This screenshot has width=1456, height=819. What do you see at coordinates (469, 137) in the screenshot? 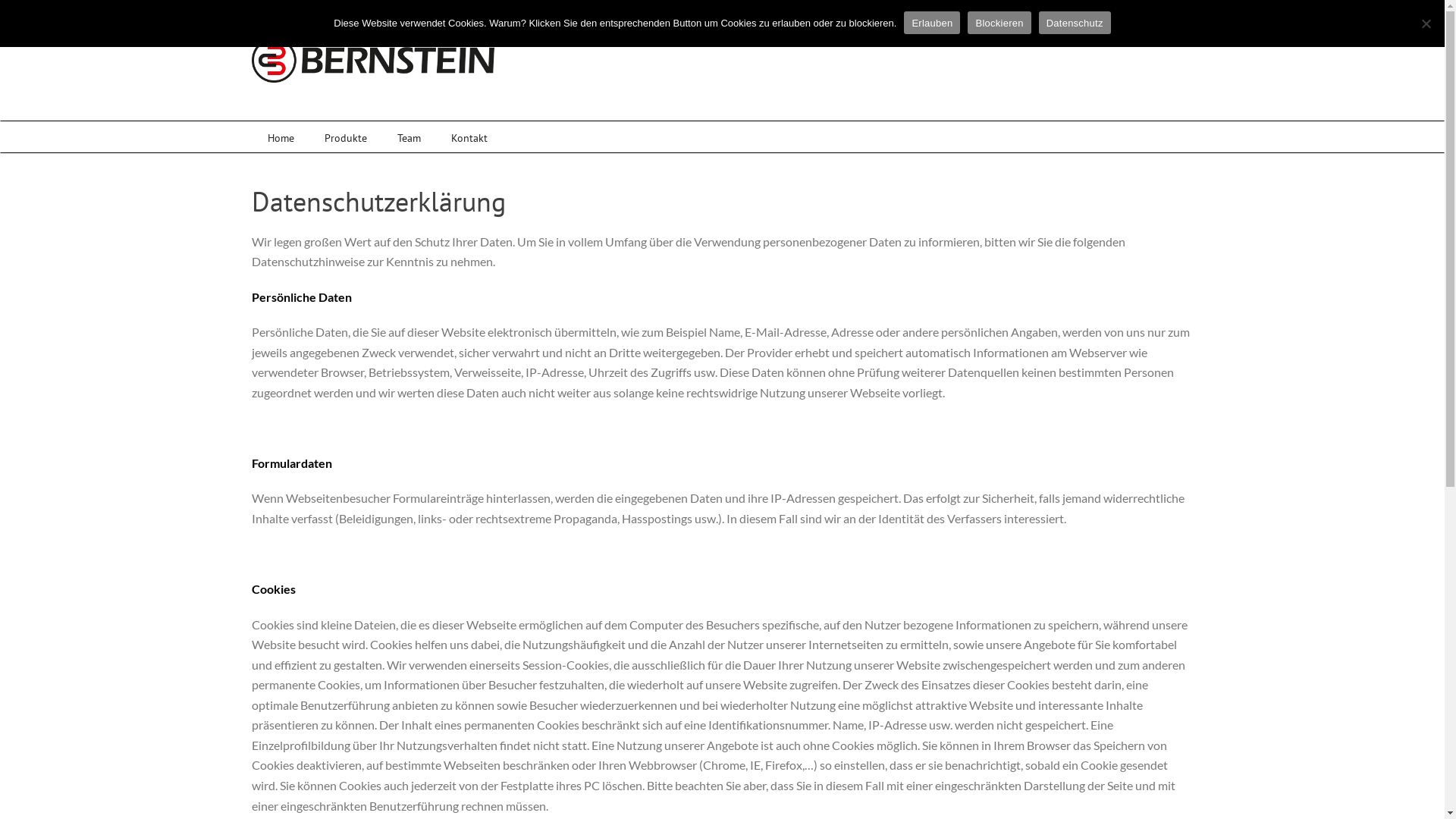
I see `'Kontakt'` at bounding box center [469, 137].